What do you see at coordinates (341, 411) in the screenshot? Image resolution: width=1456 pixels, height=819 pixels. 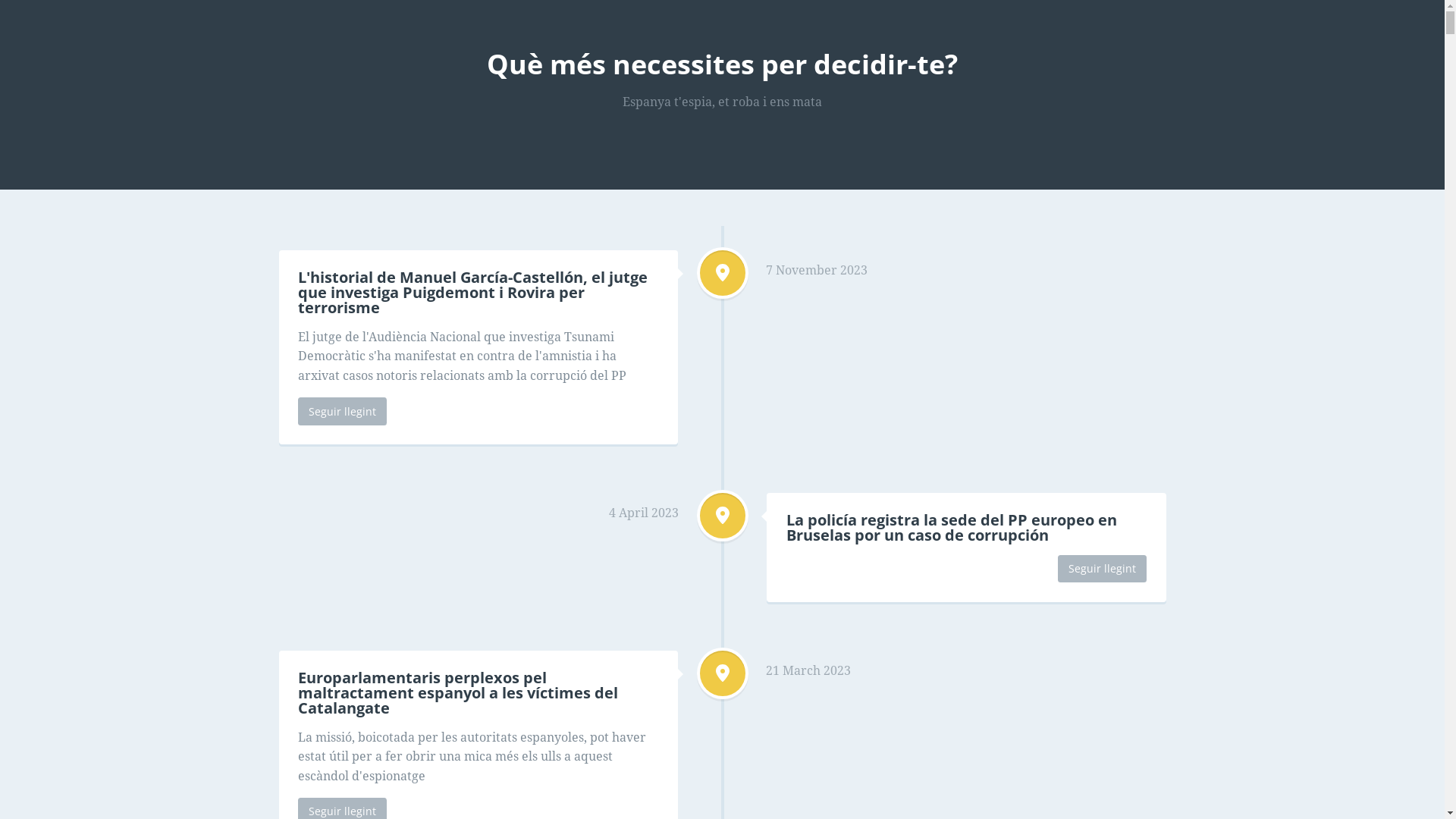 I see `'Seguir llegint'` at bounding box center [341, 411].